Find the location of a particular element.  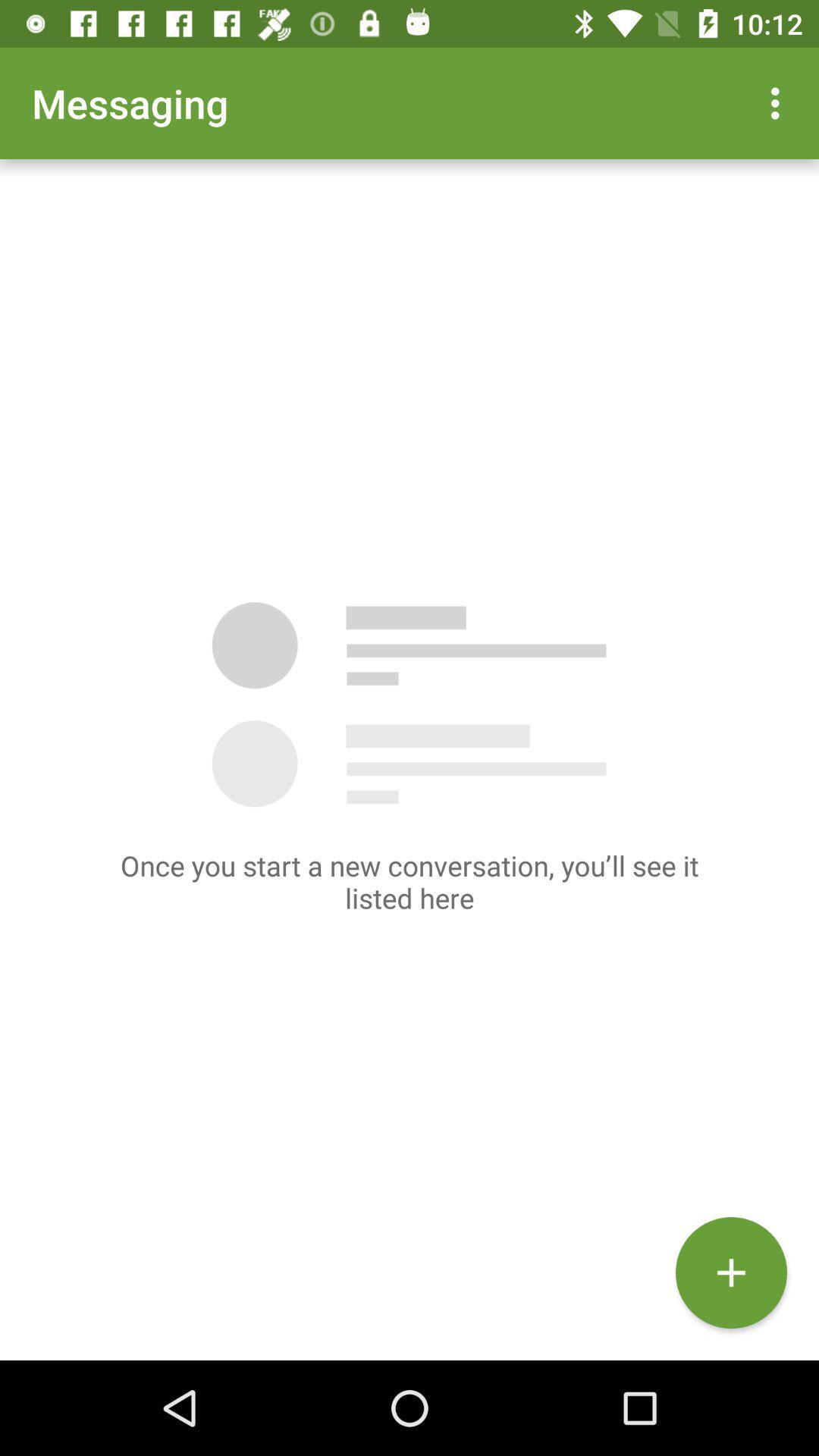

the add icon is located at coordinates (730, 1272).